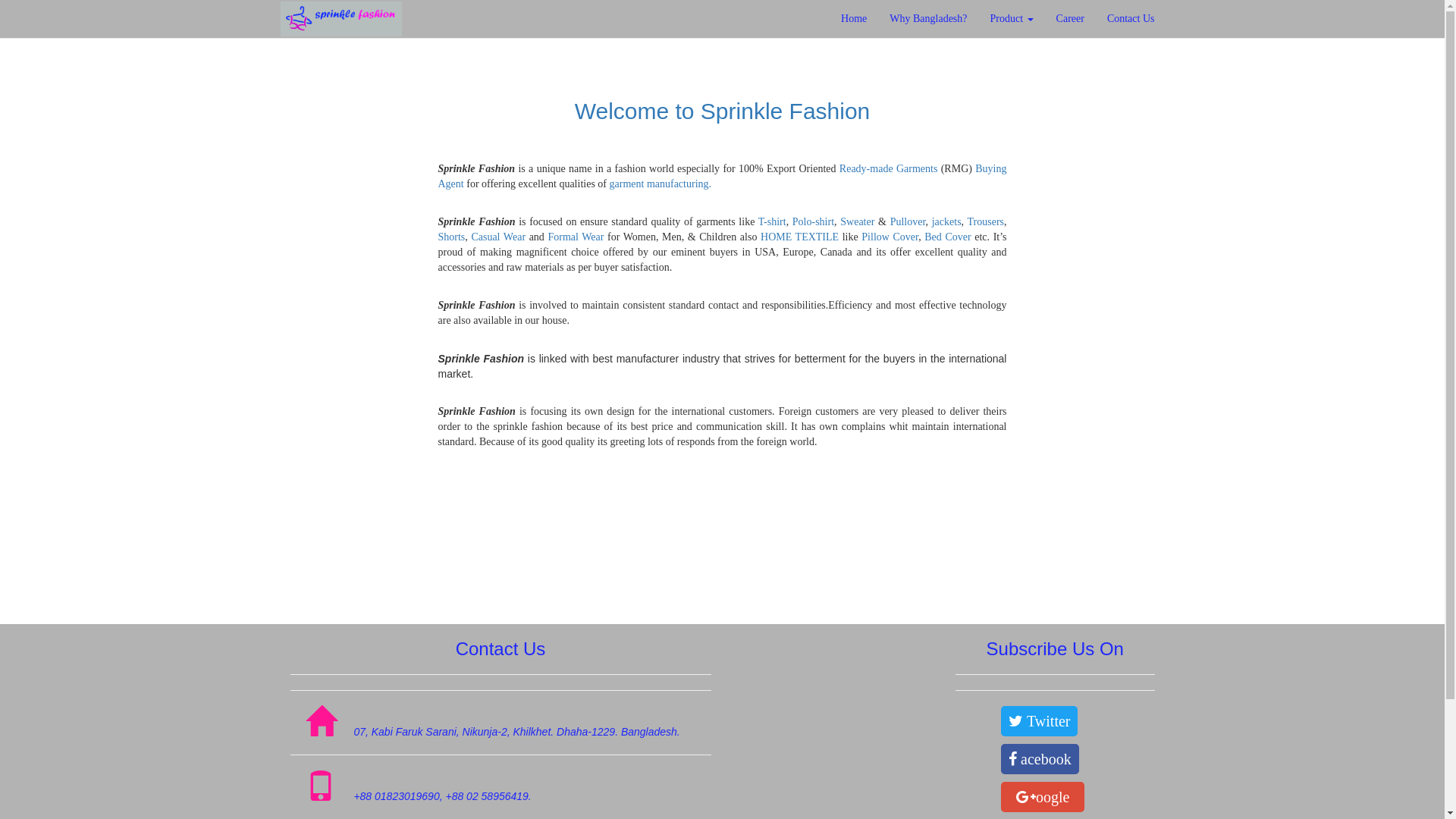 The width and height of the screenshot is (1456, 819). I want to click on 'HOME TEXTILE', so click(799, 237).